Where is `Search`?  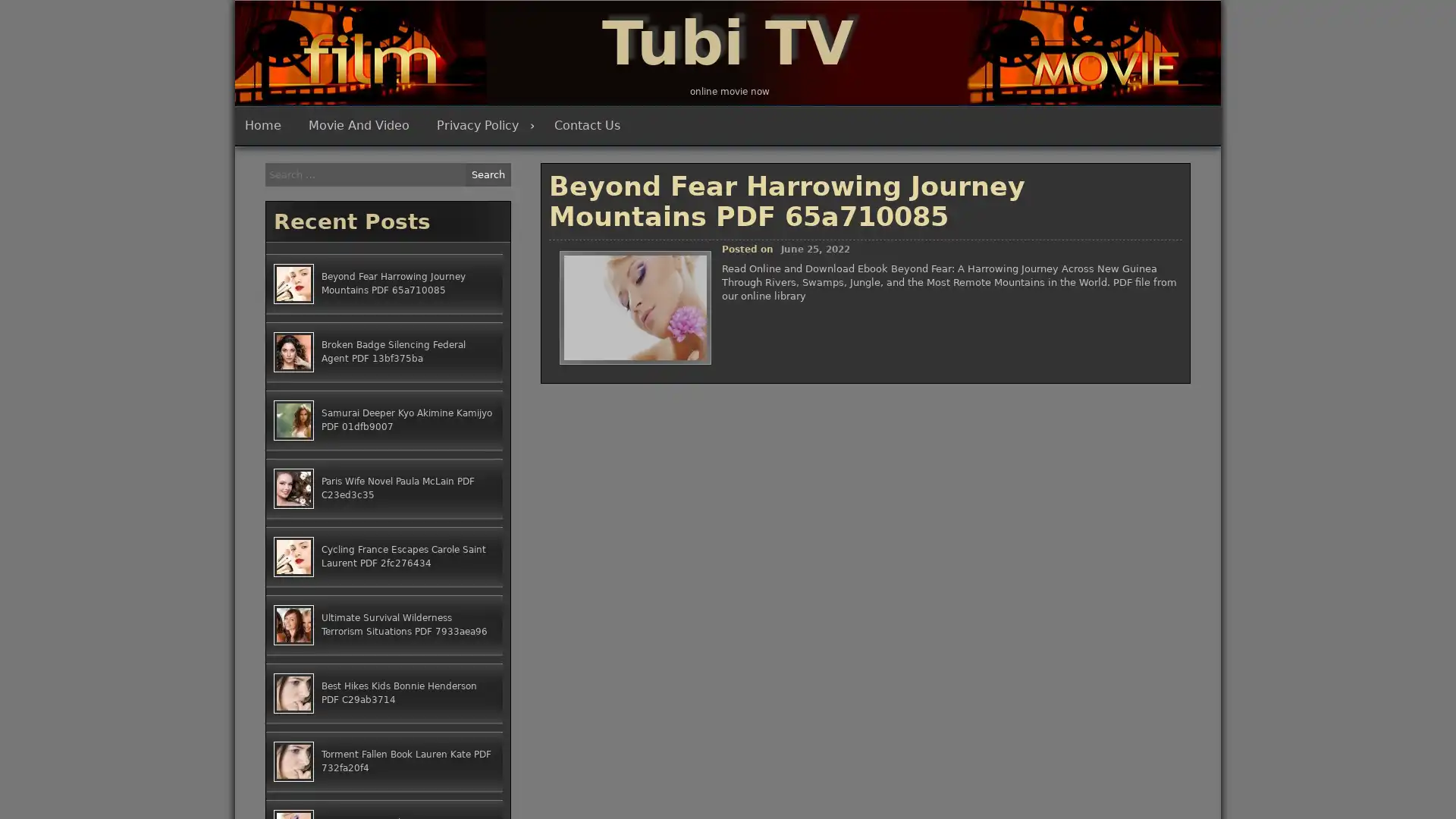 Search is located at coordinates (488, 174).